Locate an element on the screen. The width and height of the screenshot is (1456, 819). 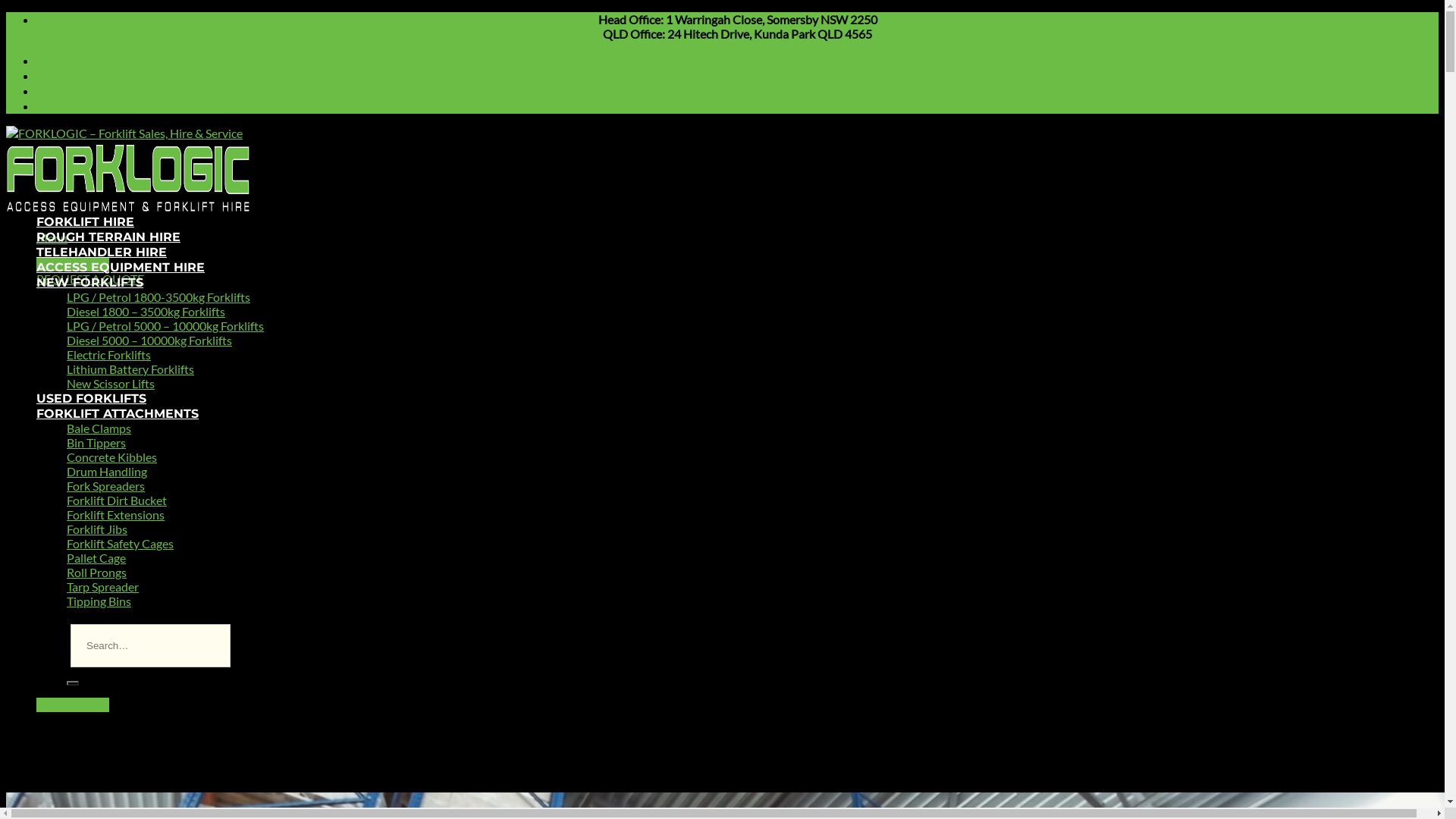
'Drum Handling' is located at coordinates (105, 470).